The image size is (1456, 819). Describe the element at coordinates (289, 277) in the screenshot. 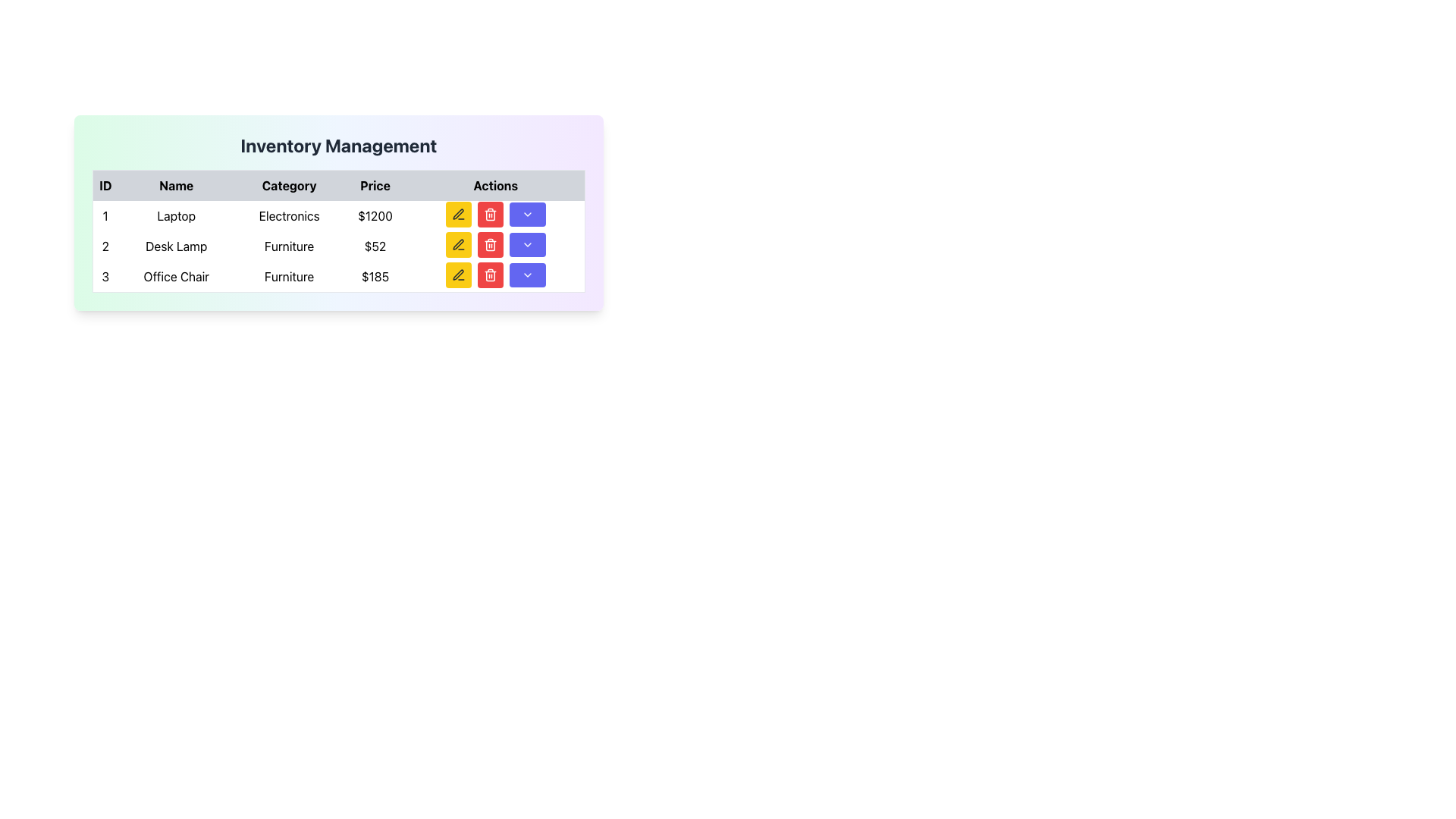

I see `the 'Furniture' Text Label in the third row of the table under the 'Category' column, which is positioned between the 'Office Chair' cell and the price cell '$185'` at that location.